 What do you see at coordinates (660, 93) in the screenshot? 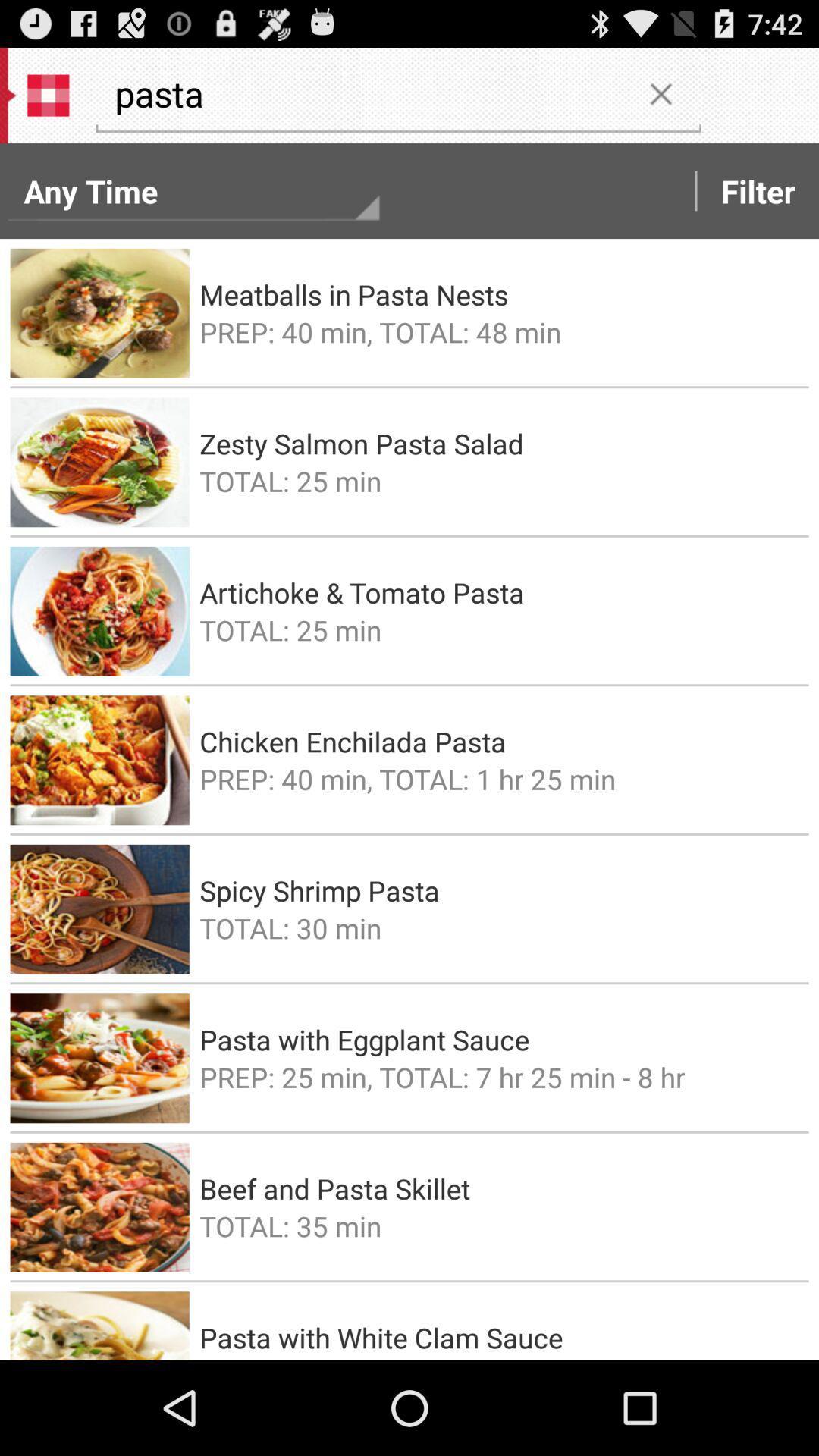
I see `item next to the pasta icon` at bounding box center [660, 93].